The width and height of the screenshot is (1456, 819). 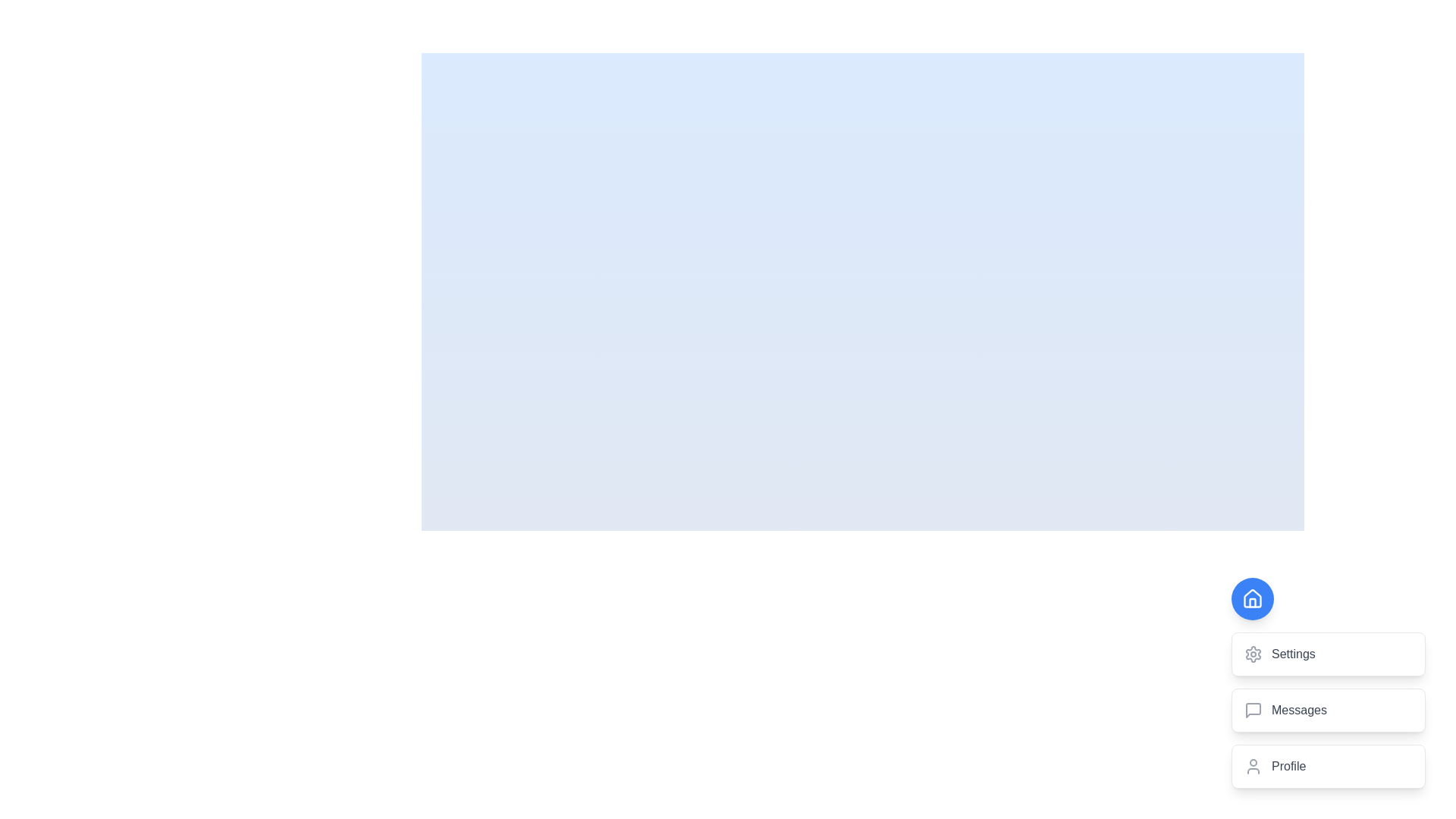 What do you see at coordinates (1252, 598) in the screenshot?
I see `the round blue button with a white house icon located in the bottom-right corner above the list of 'Settings,' 'Messages,' and 'Profile.'` at bounding box center [1252, 598].